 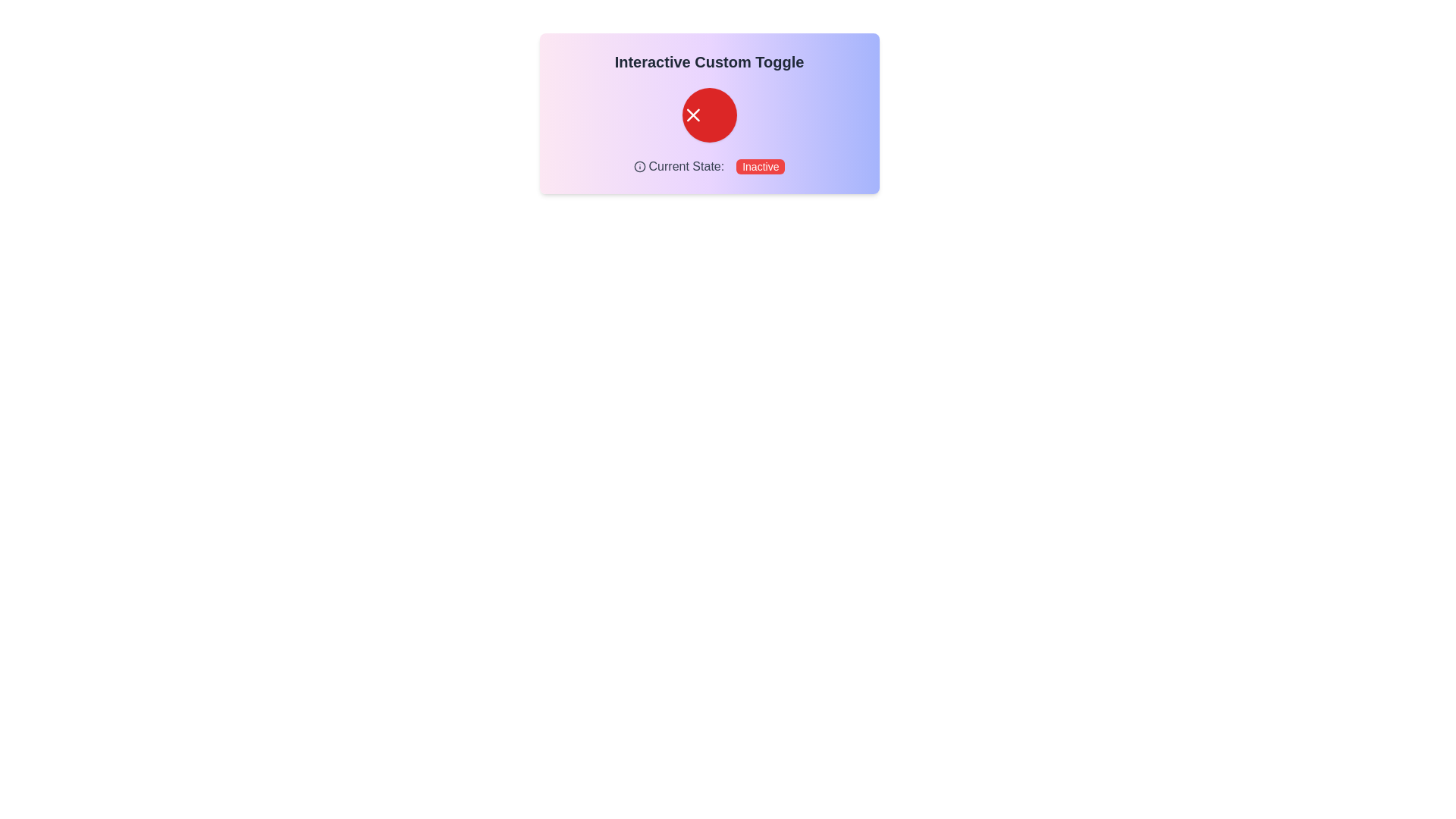 What do you see at coordinates (678, 166) in the screenshot?
I see `the text label that reads 'Current State:', which is styled in medium gray and positioned to the left of the 'Inactive' label, near an icon on the left` at bounding box center [678, 166].